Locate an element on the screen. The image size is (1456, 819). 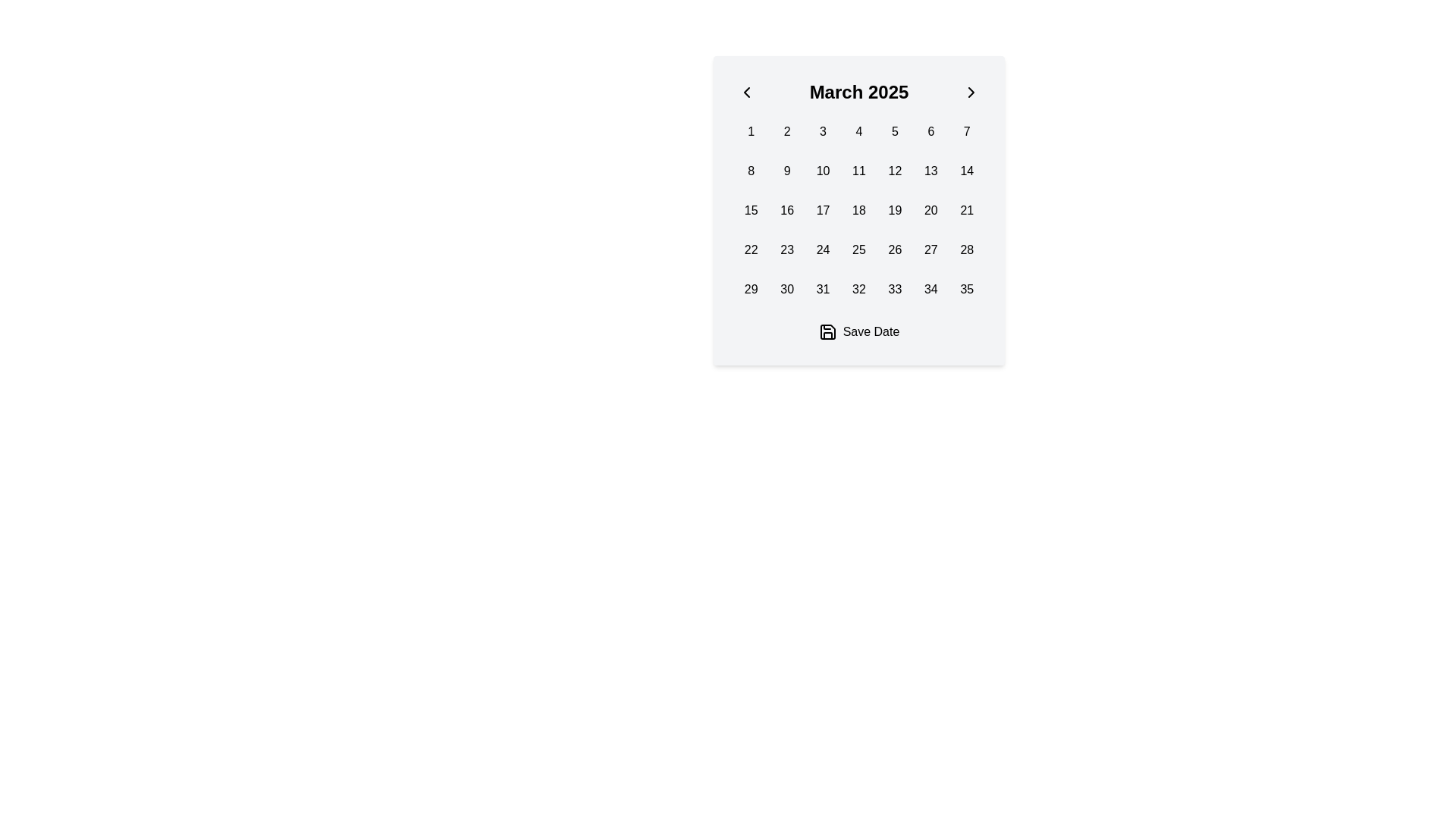
the rectangular button displaying the number '29', which is located in the 5th row and 1st column of the calendar grid is located at coordinates (751, 289).